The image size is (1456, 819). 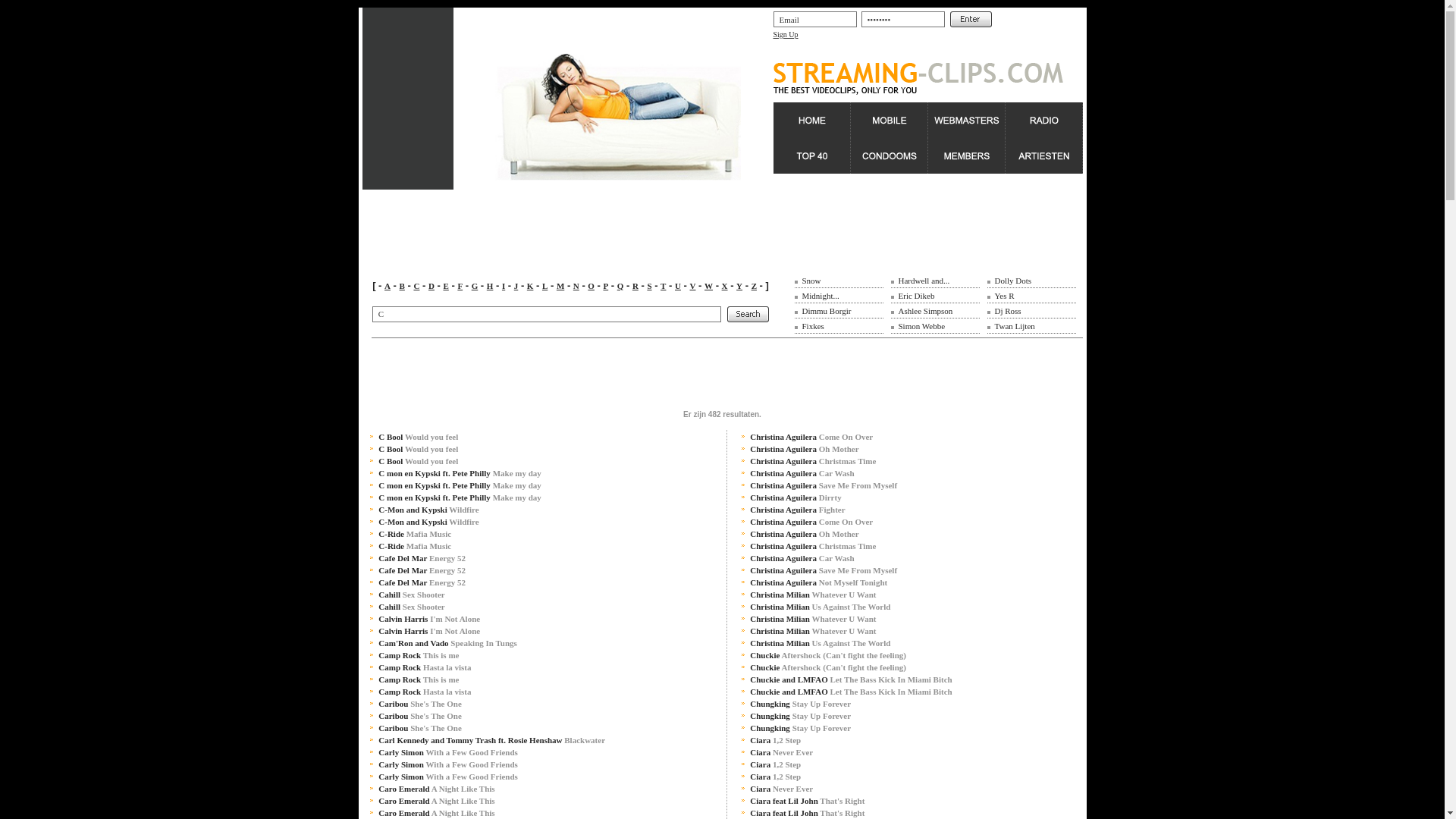 What do you see at coordinates (811, 436) in the screenshot?
I see `'Christina Aguilera Come On Over'` at bounding box center [811, 436].